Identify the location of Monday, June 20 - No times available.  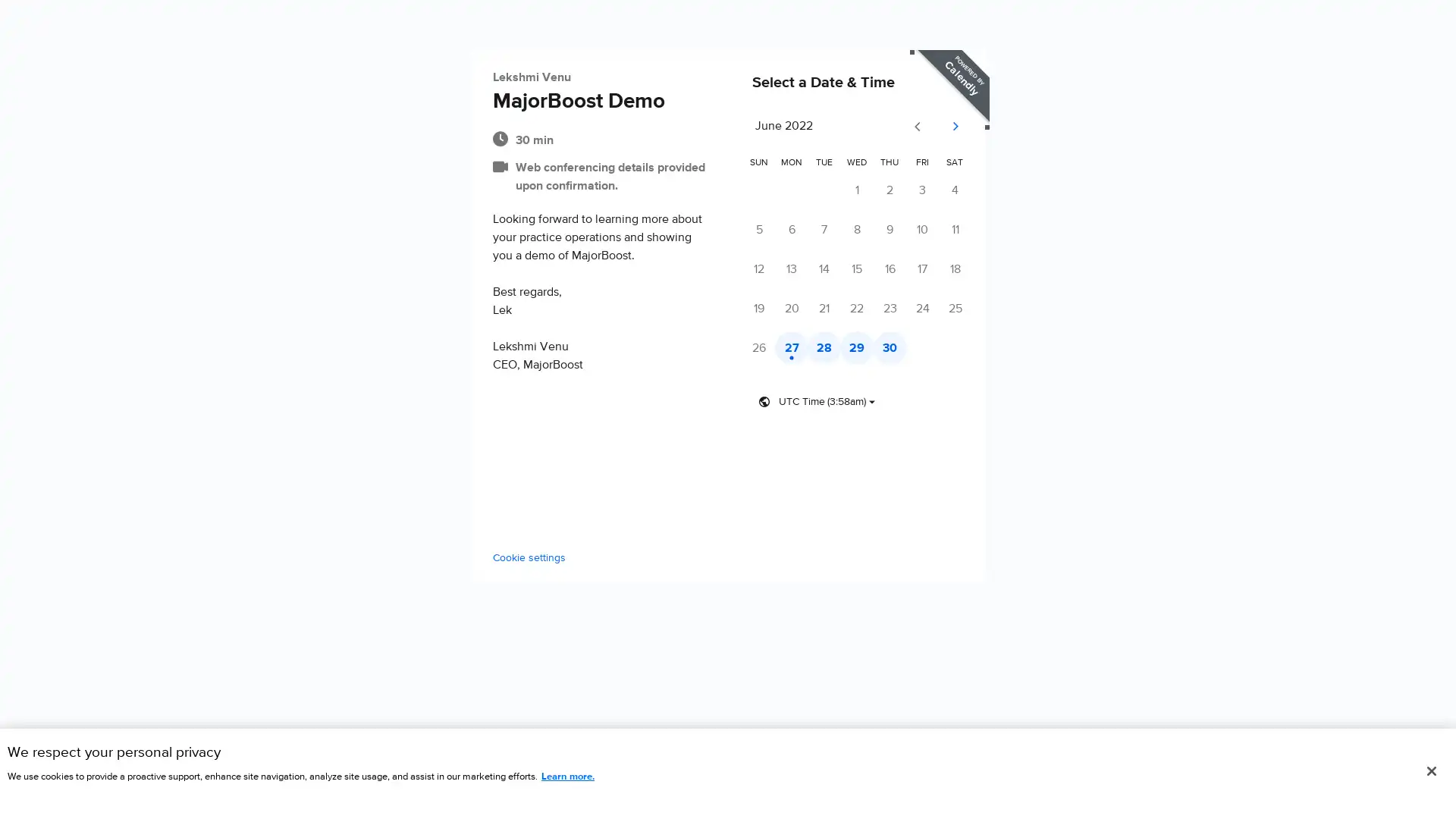
(800, 309).